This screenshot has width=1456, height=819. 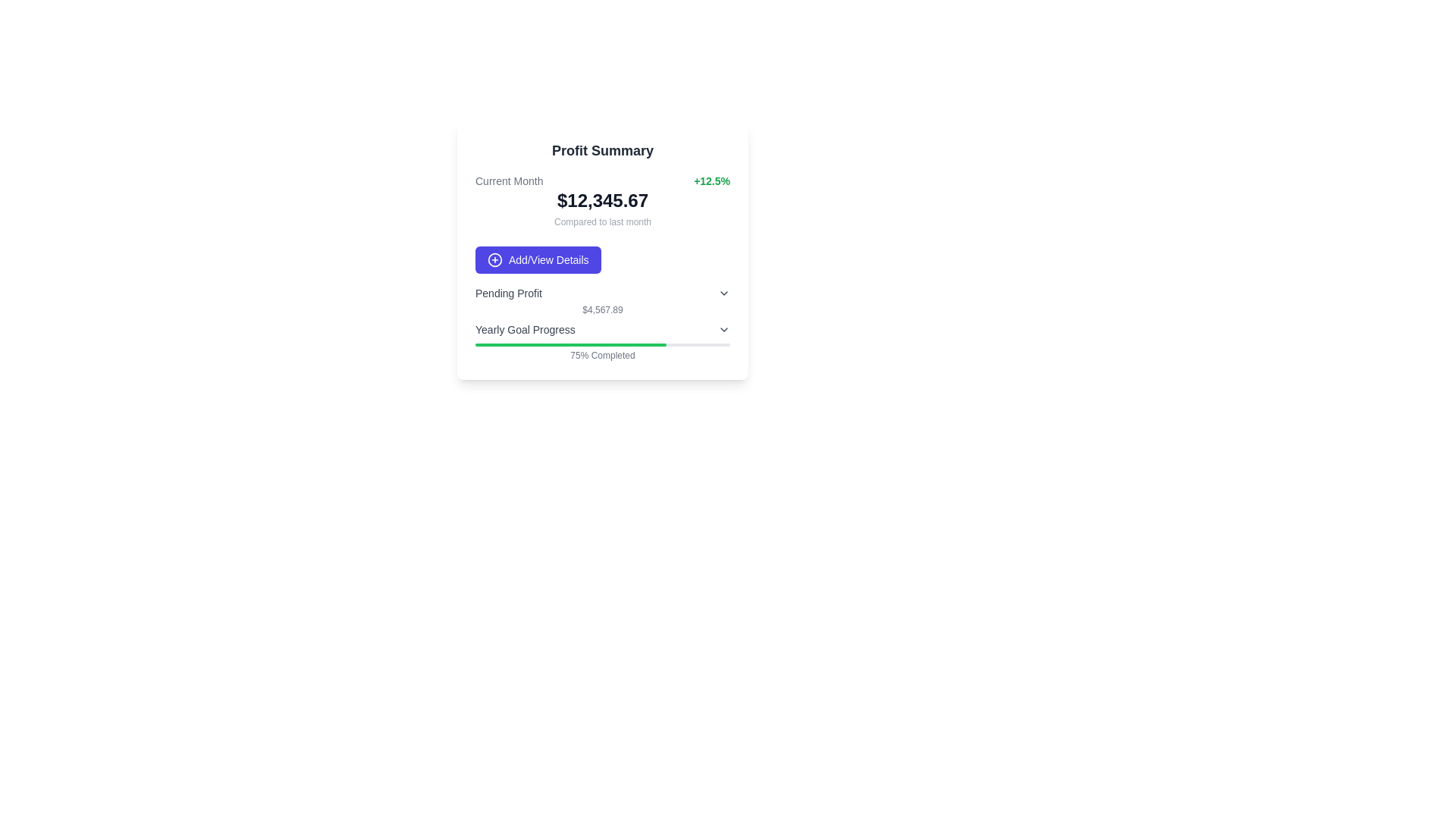 What do you see at coordinates (538, 259) in the screenshot?
I see `the 'Add/View Details' button located centrally within the 'Profit Summary' card` at bounding box center [538, 259].